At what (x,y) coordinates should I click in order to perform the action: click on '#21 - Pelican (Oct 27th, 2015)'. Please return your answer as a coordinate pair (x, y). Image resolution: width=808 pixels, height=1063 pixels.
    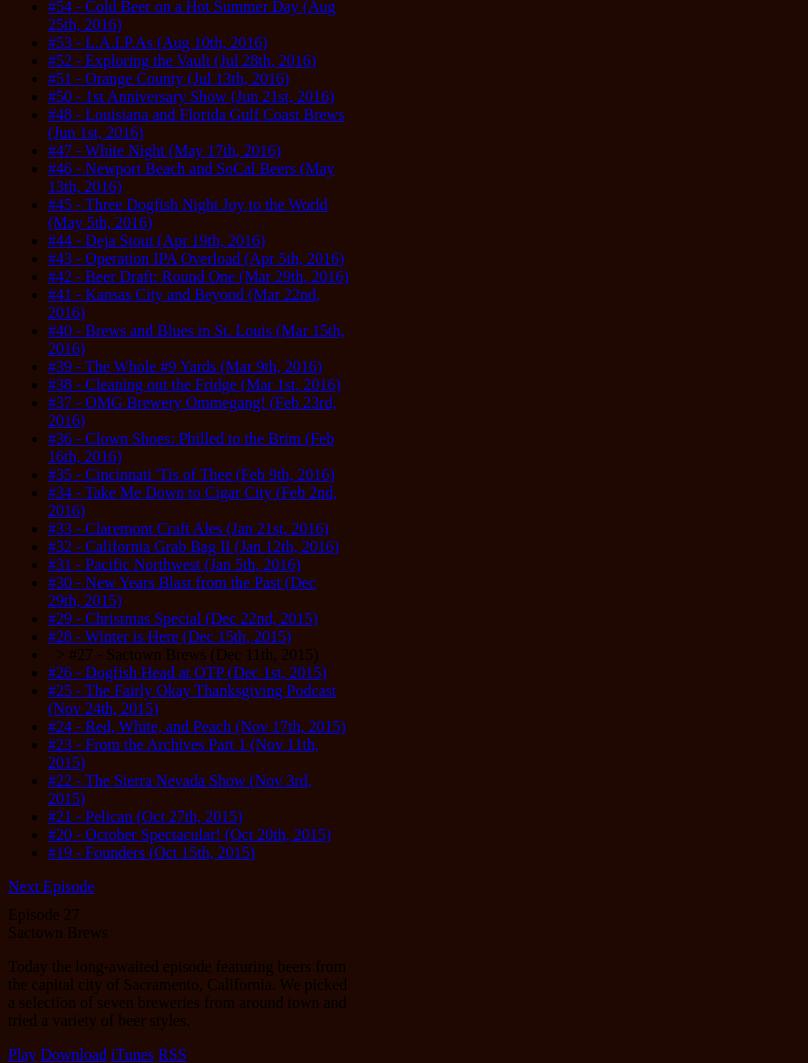
    Looking at the image, I should click on (47, 815).